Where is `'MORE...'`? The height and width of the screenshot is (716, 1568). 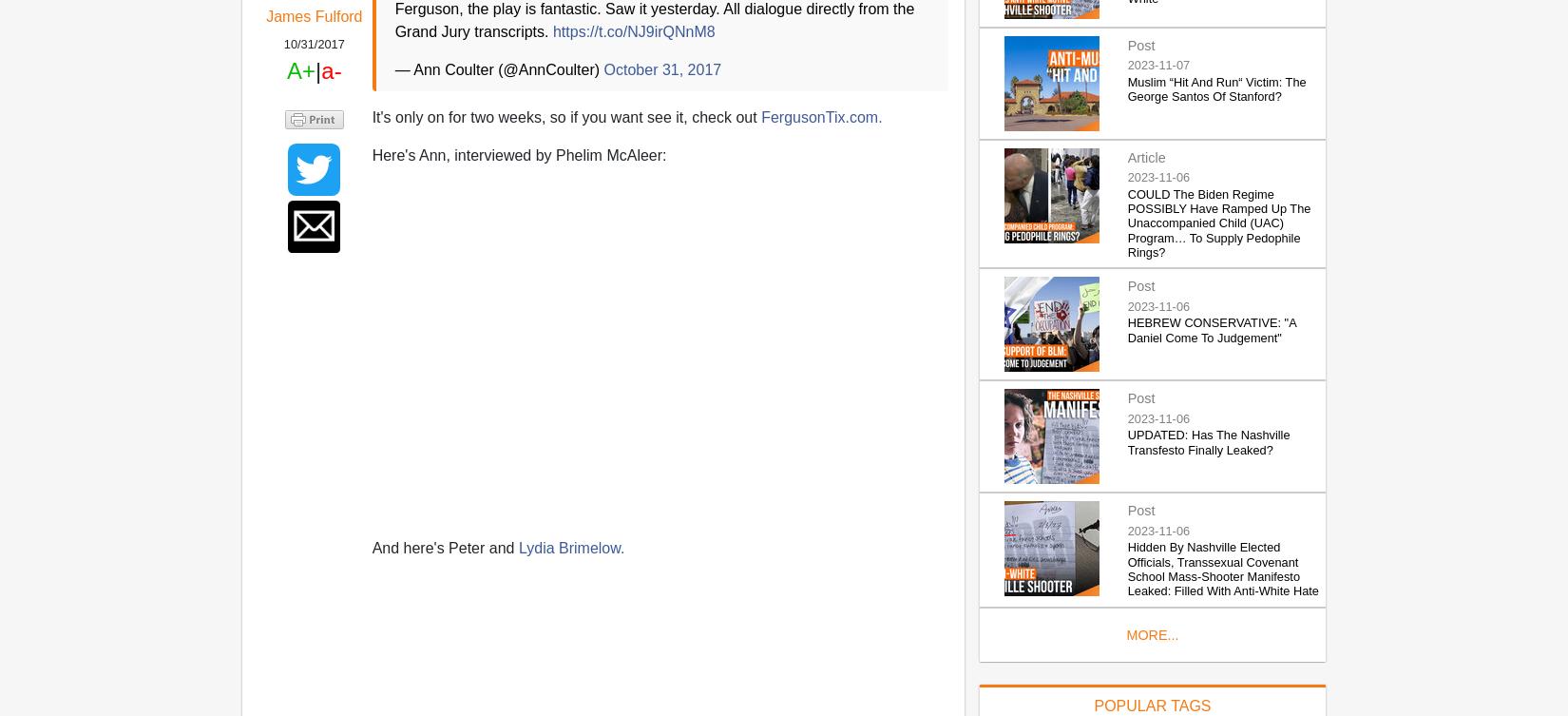
'MORE...' is located at coordinates (1152, 633).